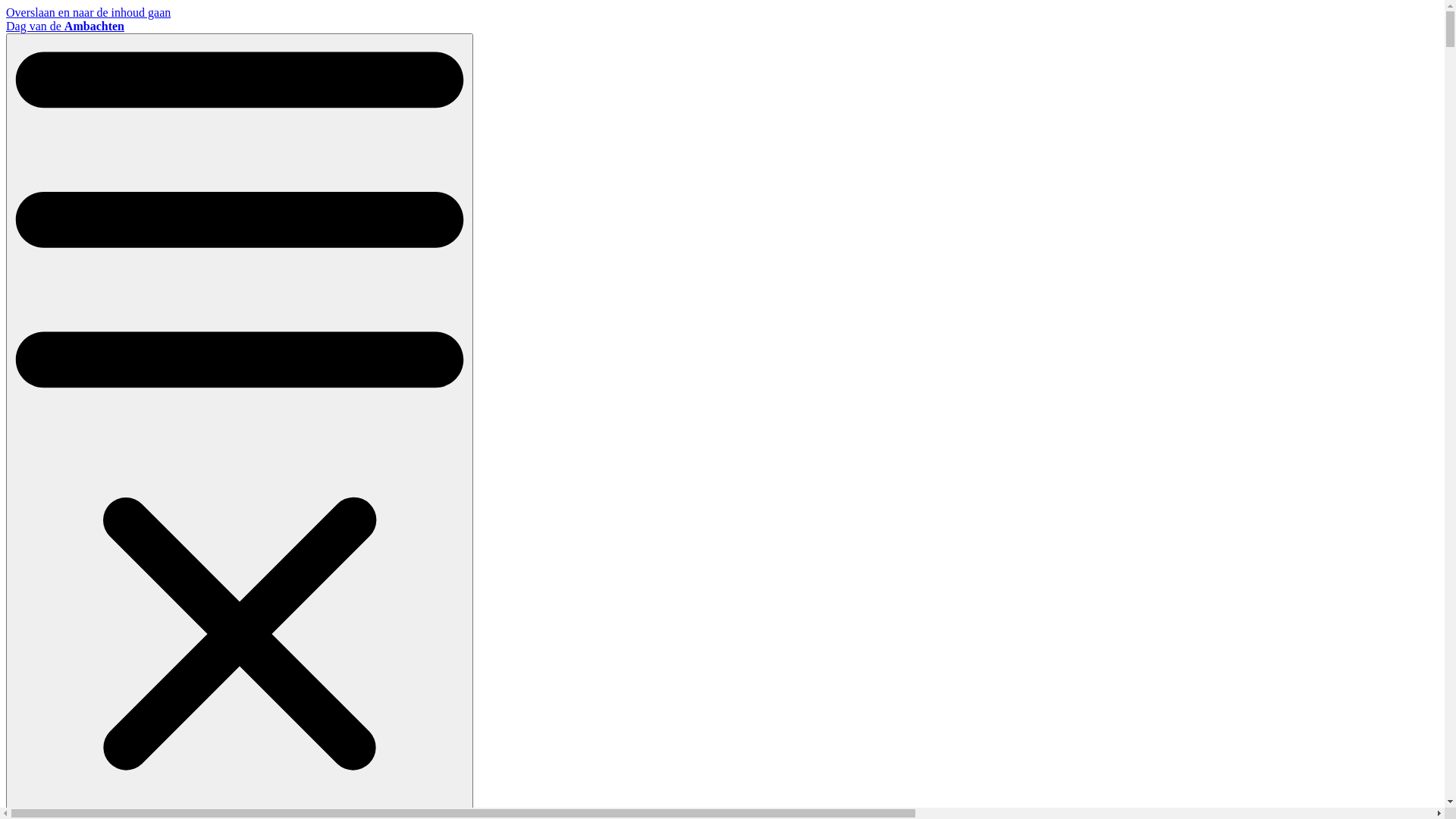  What do you see at coordinates (6, 12) in the screenshot?
I see `'Overslaan en naar de inhoud gaan'` at bounding box center [6, 12].